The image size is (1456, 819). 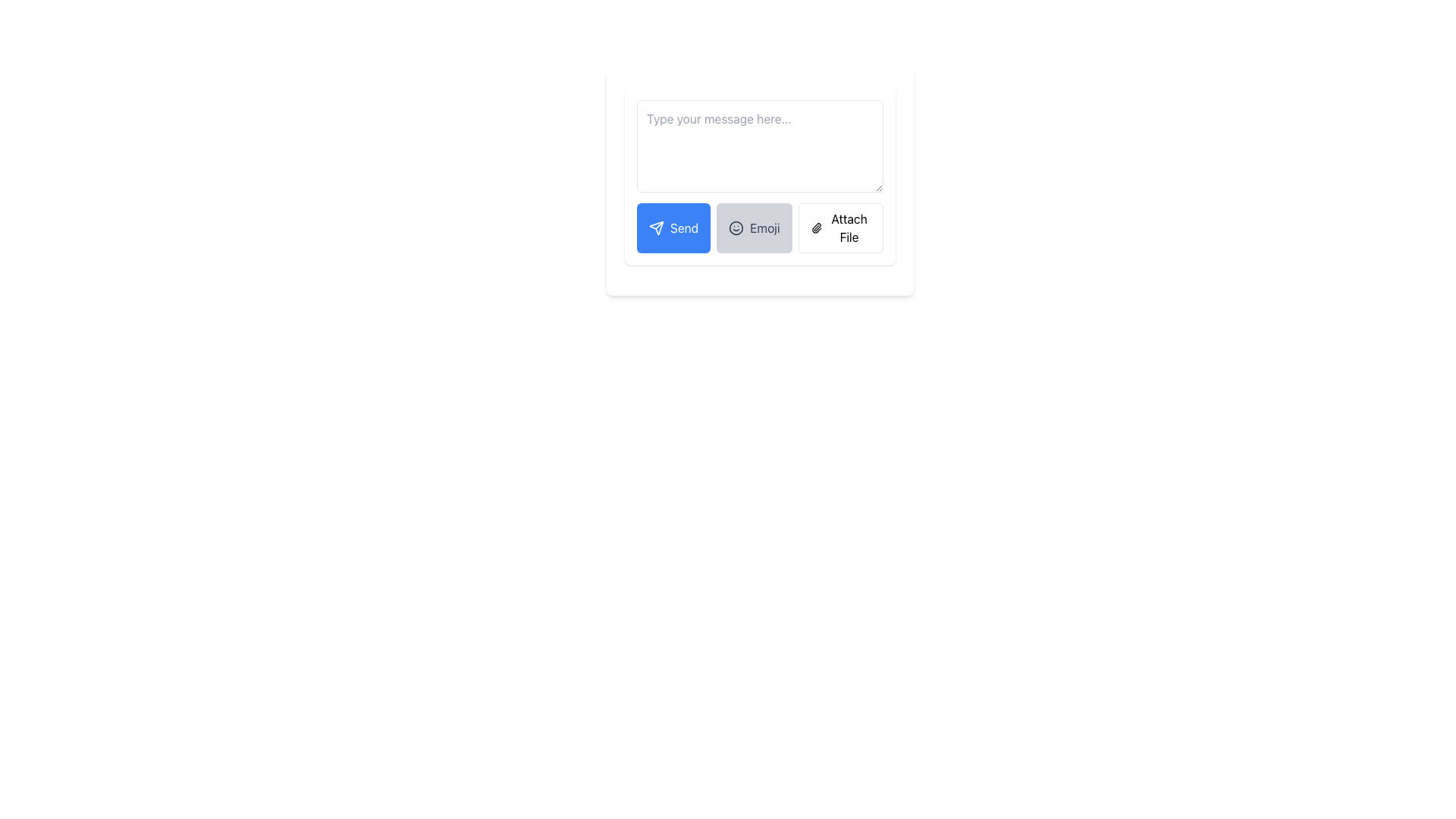 I want to click on the blue 'Send' button with rounded borders, which is the first button in the action button row, to send the message, so click(x=673, y=227).